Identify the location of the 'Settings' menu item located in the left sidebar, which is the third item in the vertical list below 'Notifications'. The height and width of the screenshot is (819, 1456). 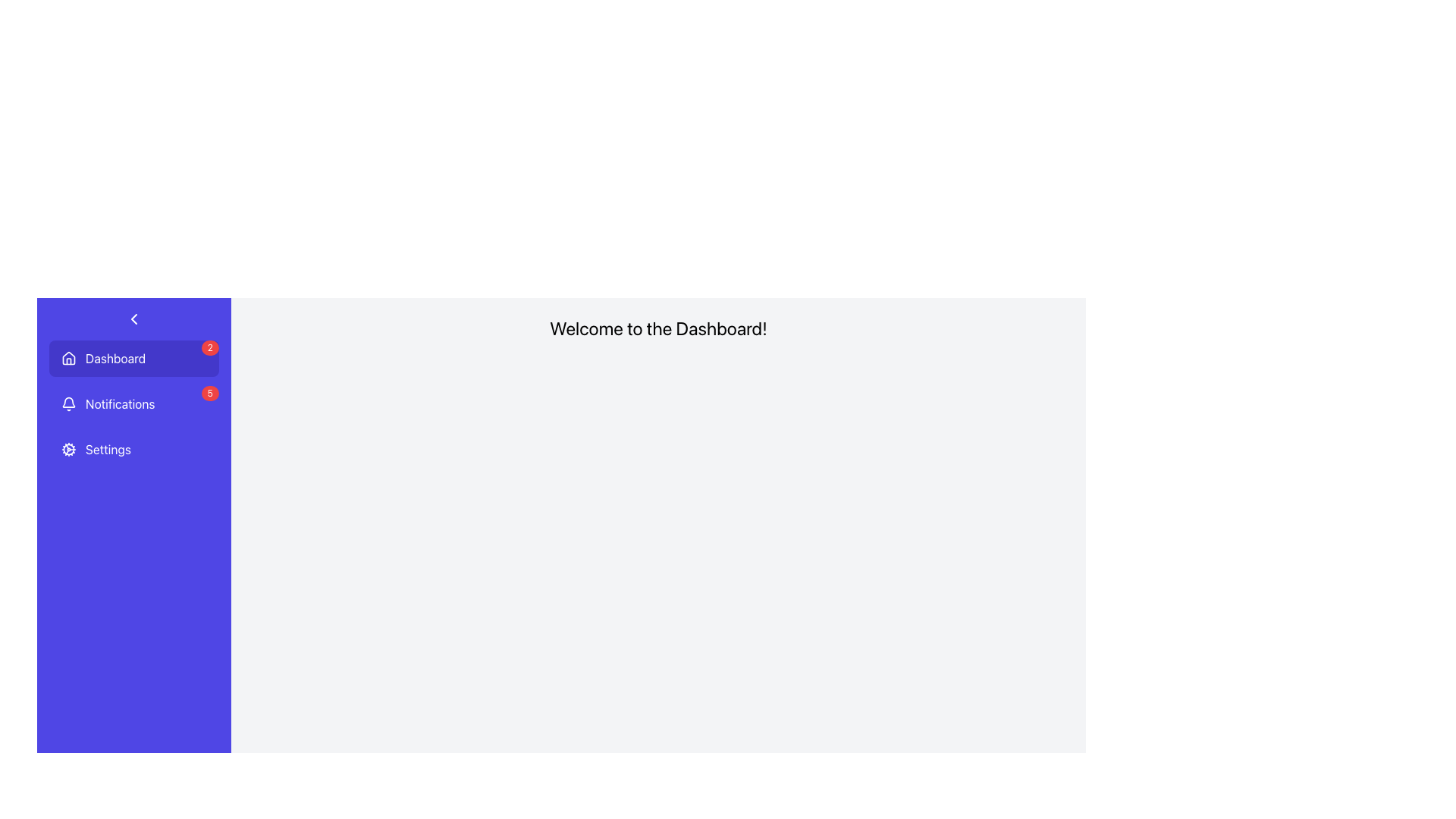
(134, 449).